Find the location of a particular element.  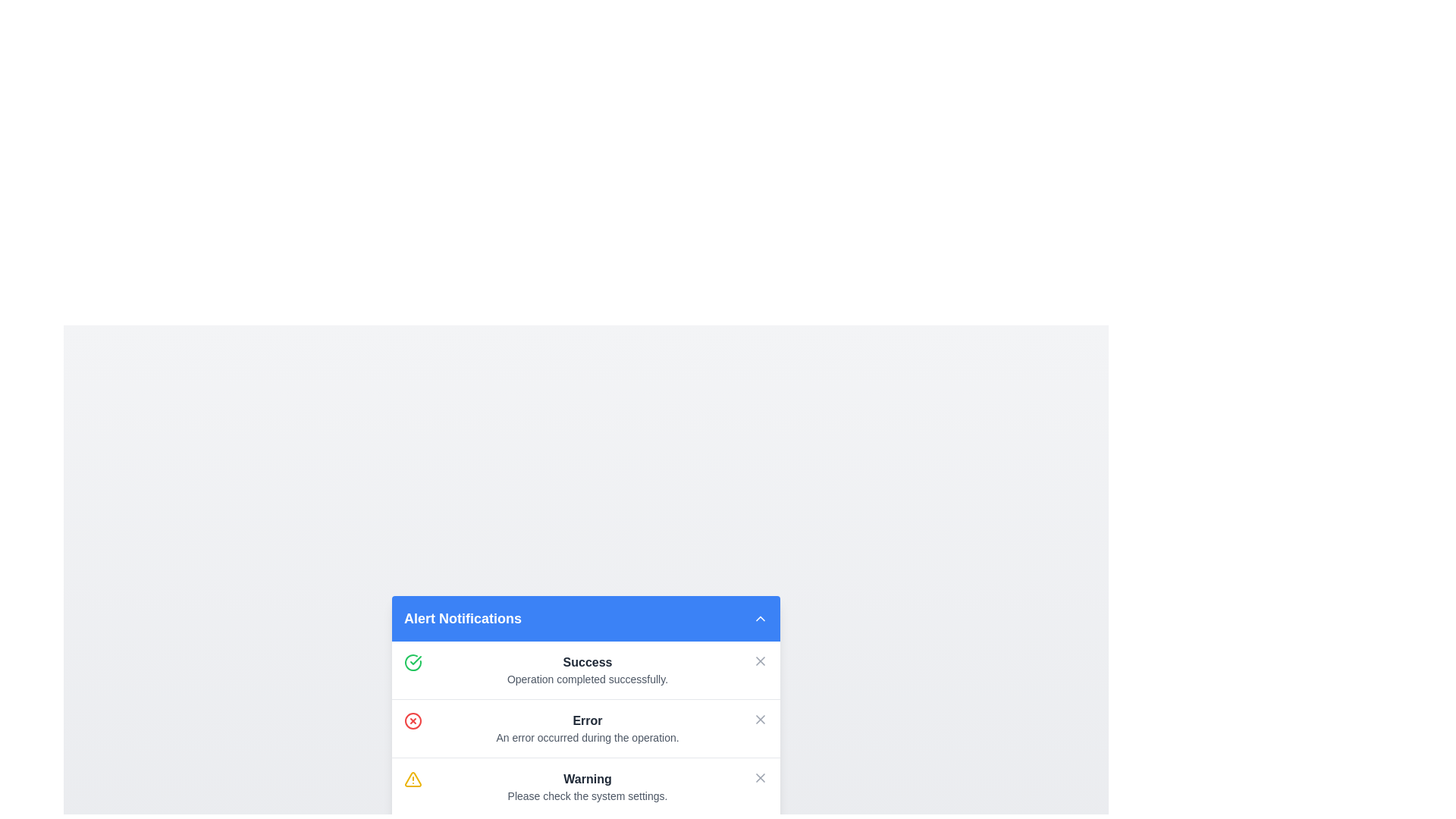

the circular red outlined icon with an 'X' symbol, indicating an error, located in the 'Alert Notifications' section beside the text 'Error' and the message 'An error occurred during the operation.' is located at coordinates (413, 719).